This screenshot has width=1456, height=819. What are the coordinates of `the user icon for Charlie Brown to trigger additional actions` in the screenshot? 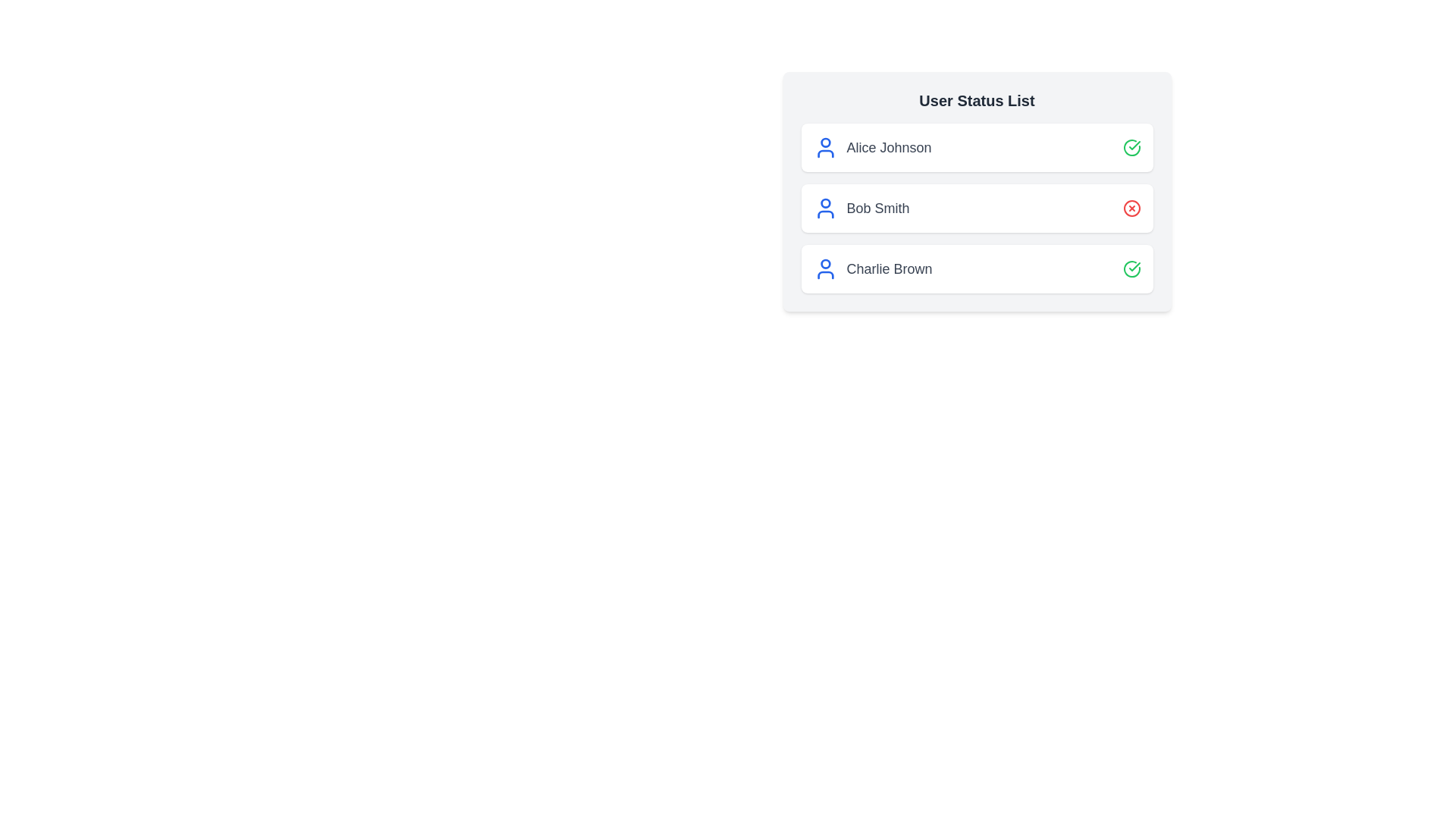 It's located at (824, 268).